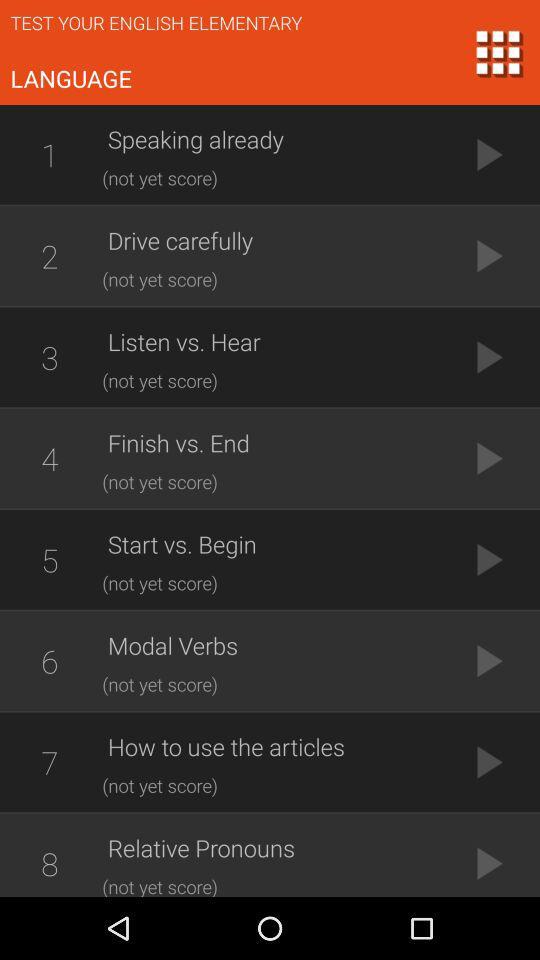  I want to click on item to the left of  speaking already app, so click(49, 153).